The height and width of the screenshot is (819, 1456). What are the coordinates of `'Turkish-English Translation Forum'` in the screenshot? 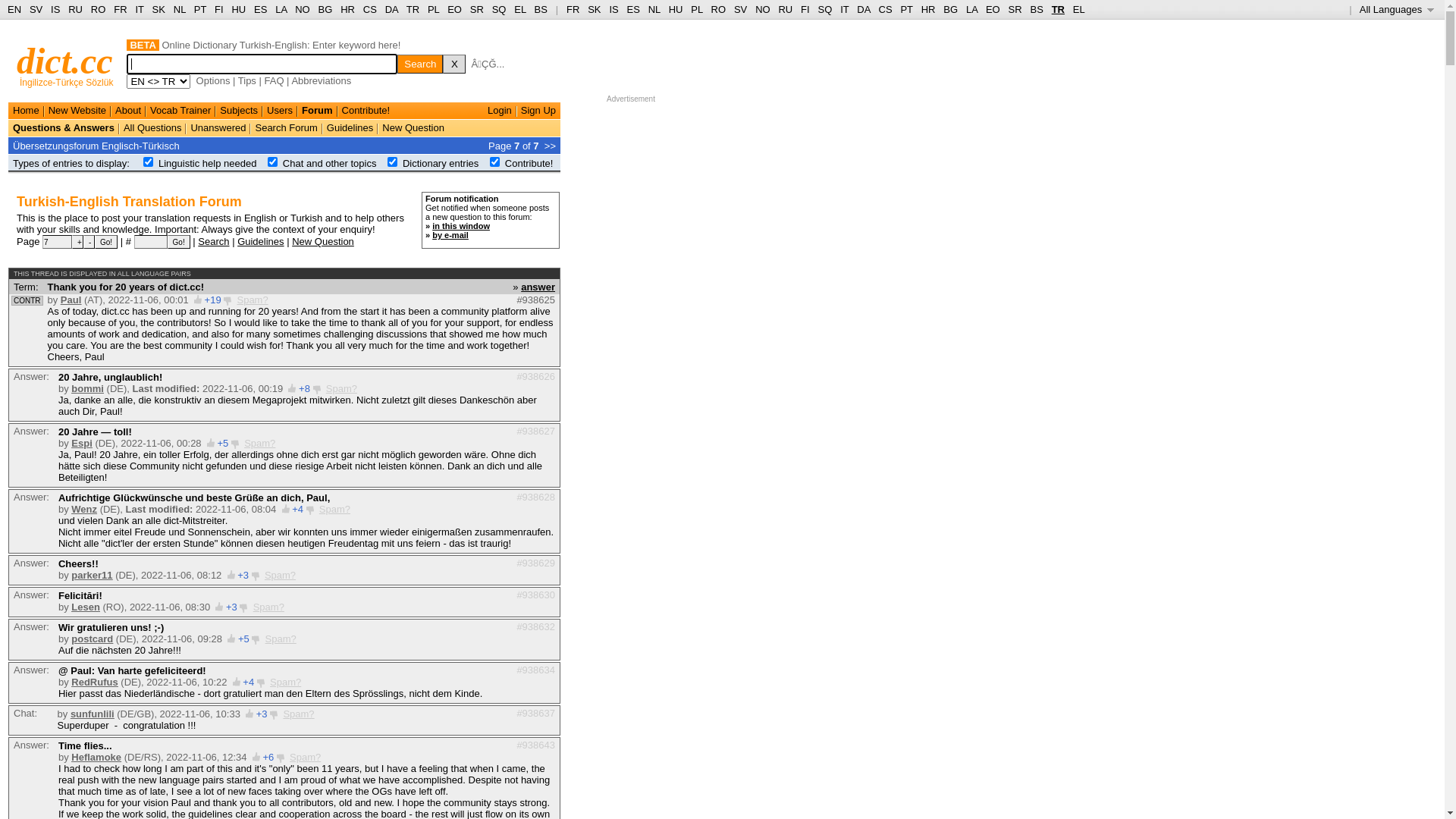 It's located at (129, 201).